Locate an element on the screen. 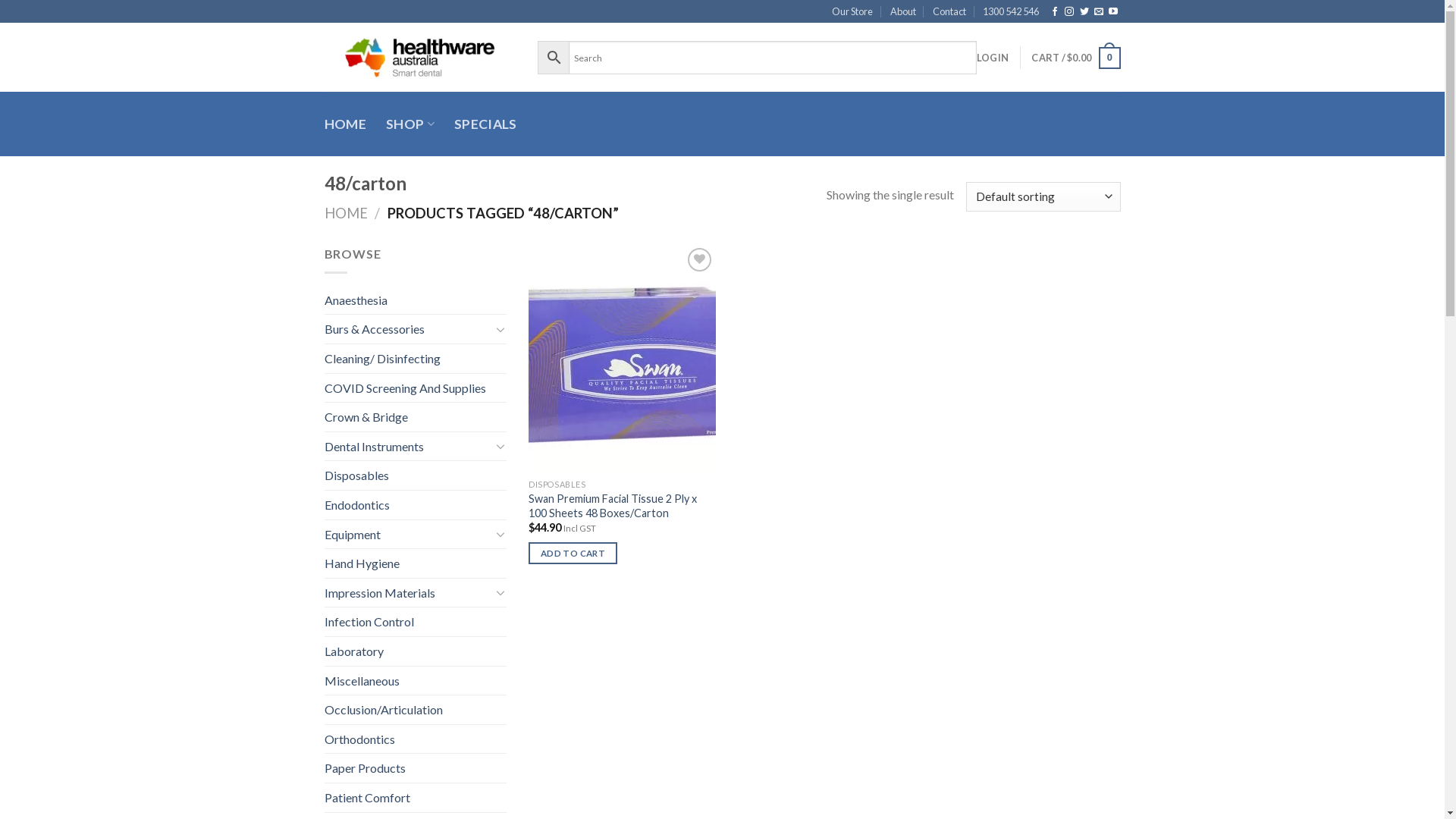 This screenshot has height=819, width=1456. 'Equipment' is located at coordinates (407, 534).